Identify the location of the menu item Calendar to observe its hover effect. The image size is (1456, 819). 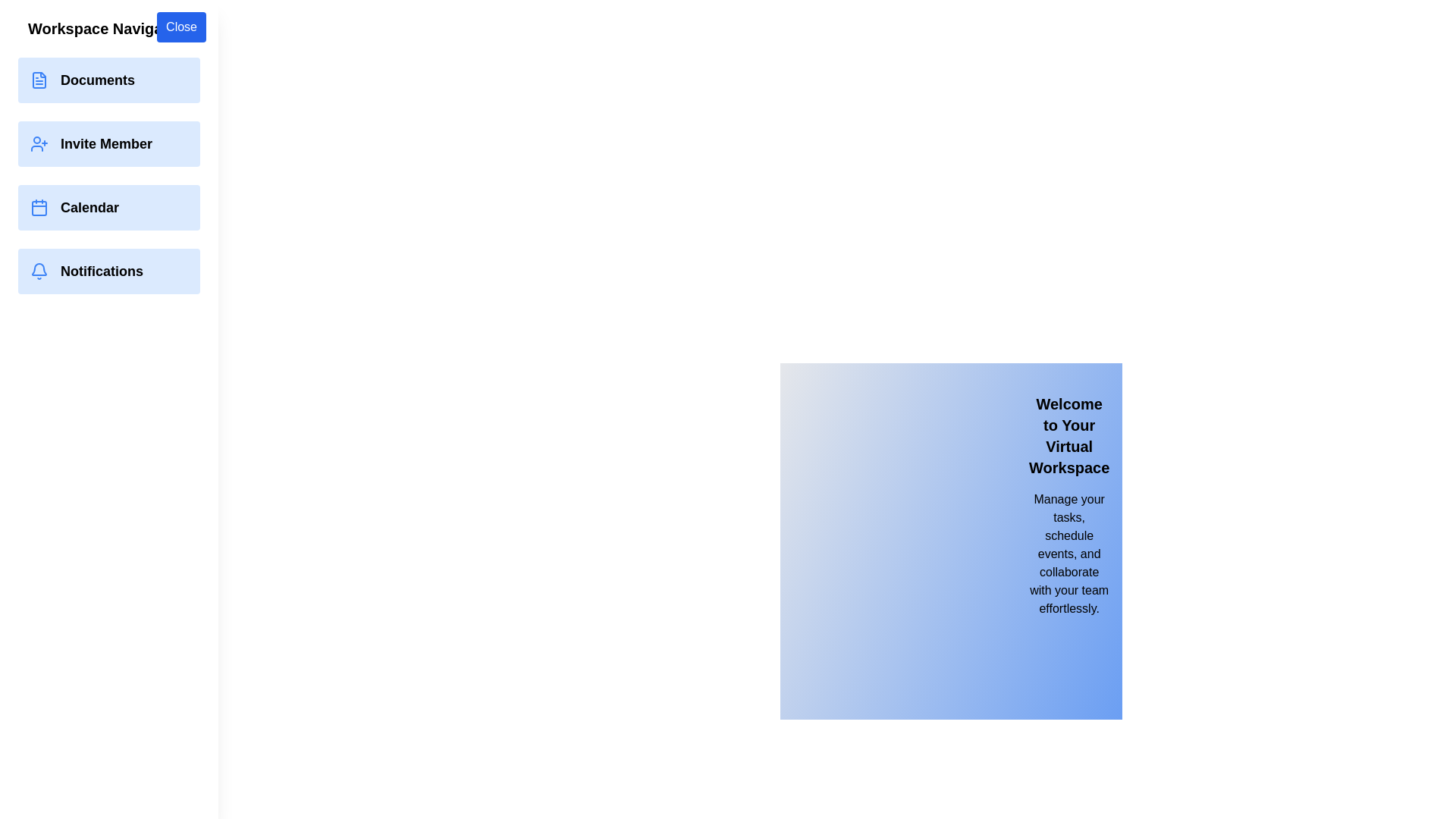
(108, 207).